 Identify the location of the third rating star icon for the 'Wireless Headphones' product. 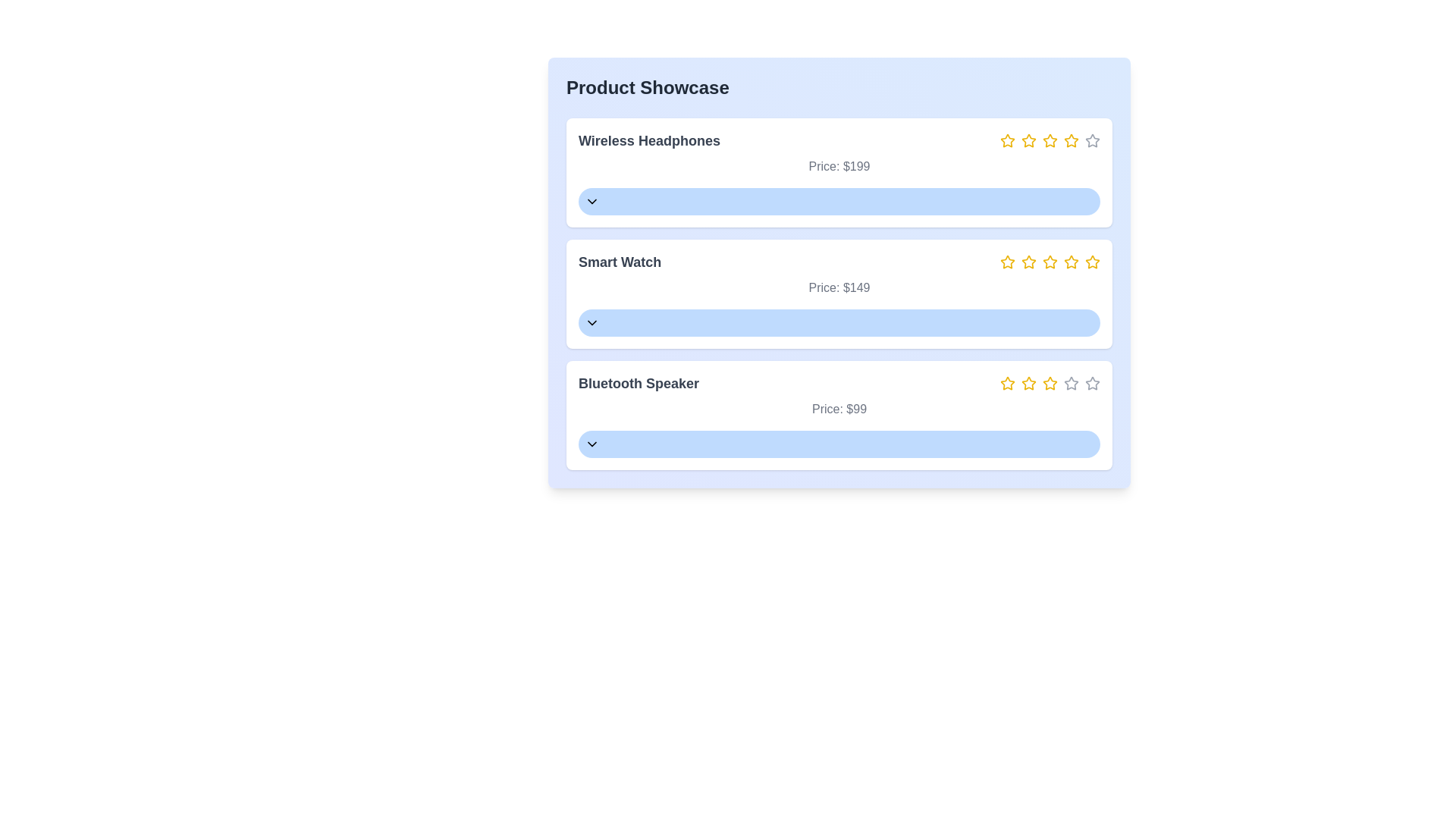
(1048, 140).